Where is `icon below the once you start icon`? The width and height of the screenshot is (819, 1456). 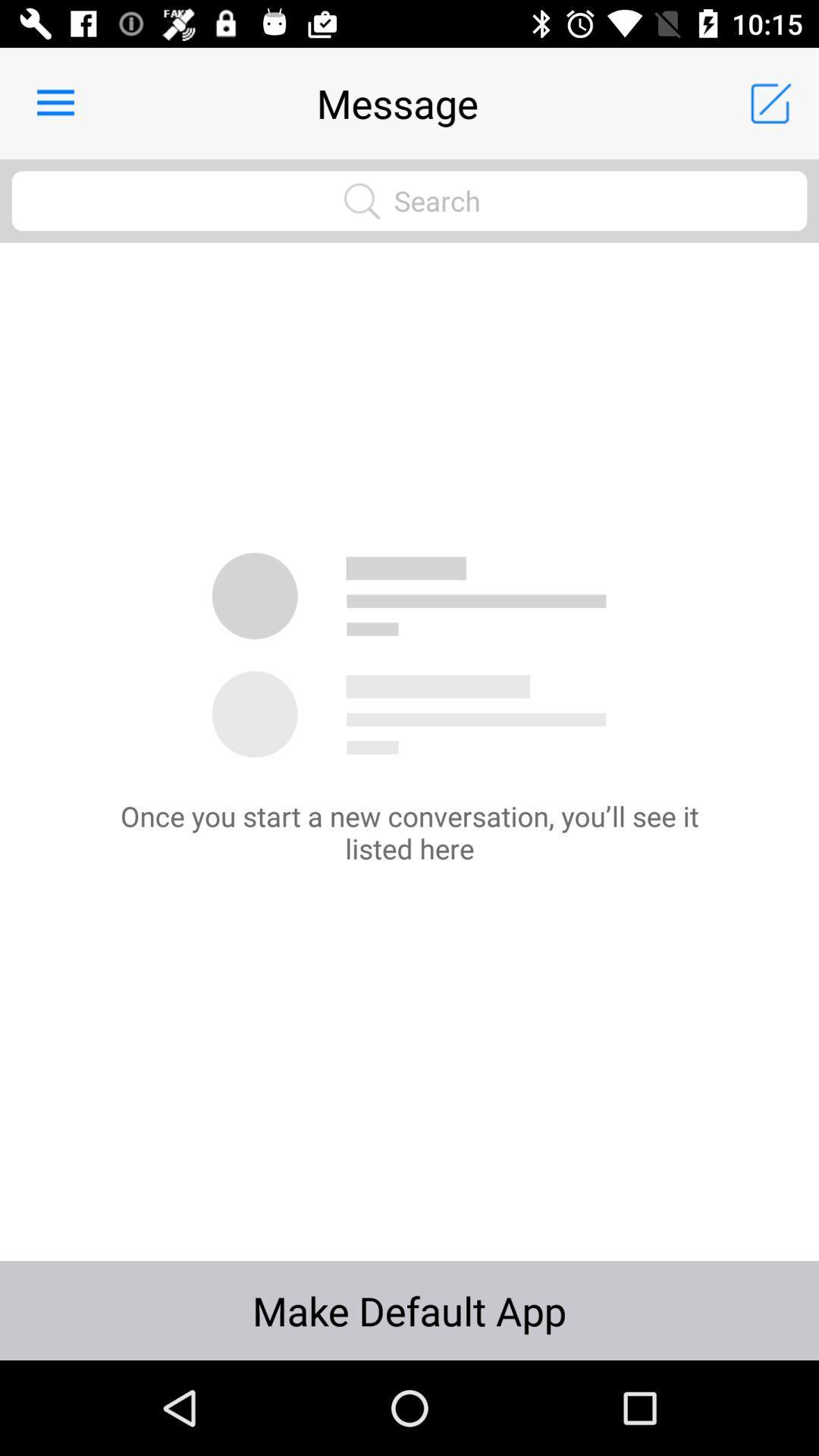 icon below the once you start icon is located at coordinates (409, 1310).